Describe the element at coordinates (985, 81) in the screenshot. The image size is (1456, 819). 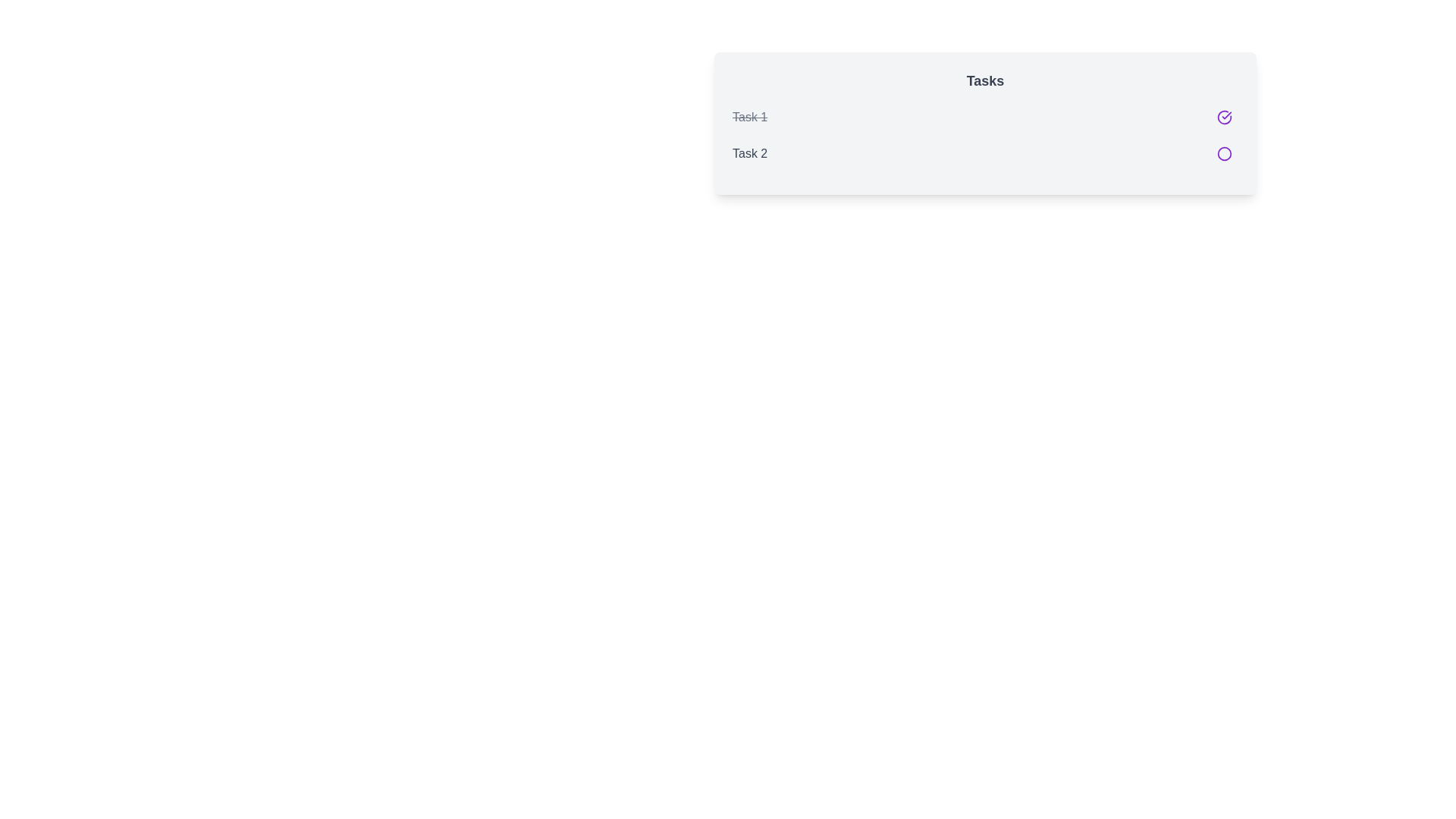
I see `the header text label that serves as the title for the task list` at that location.